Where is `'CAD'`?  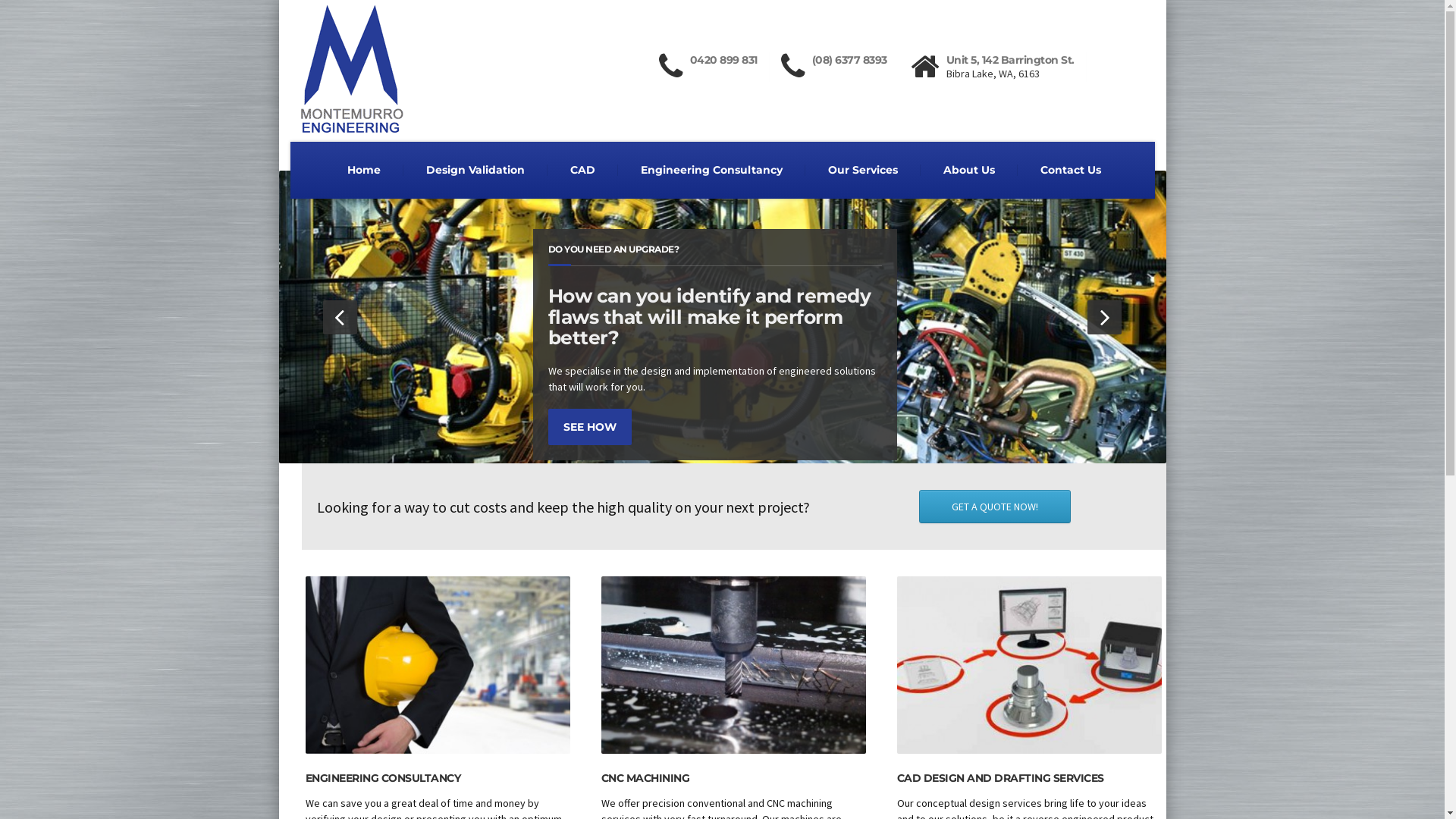
'CAD' is located at coordinates (582, 170).